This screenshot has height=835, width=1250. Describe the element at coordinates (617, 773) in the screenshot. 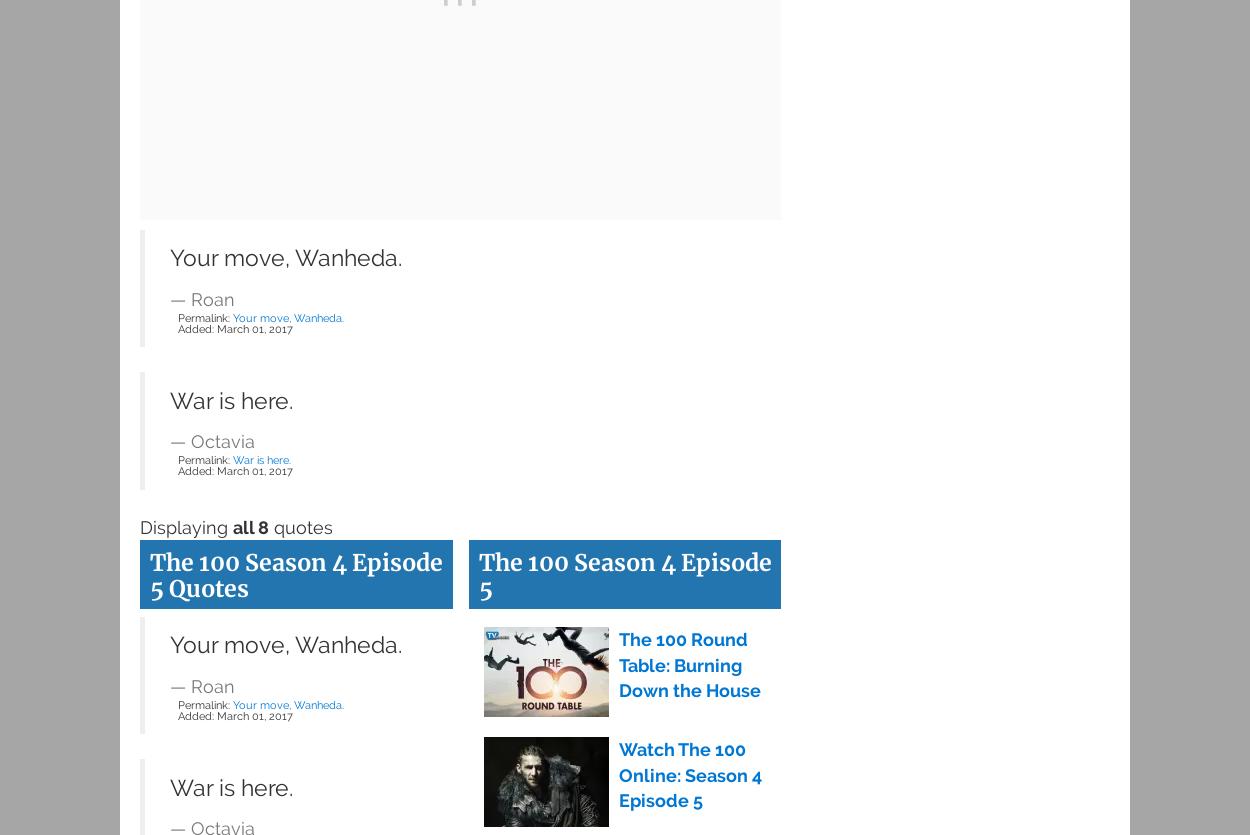

I see `'Watch The 100 Online: Season 4 Episode 5'` at that location.